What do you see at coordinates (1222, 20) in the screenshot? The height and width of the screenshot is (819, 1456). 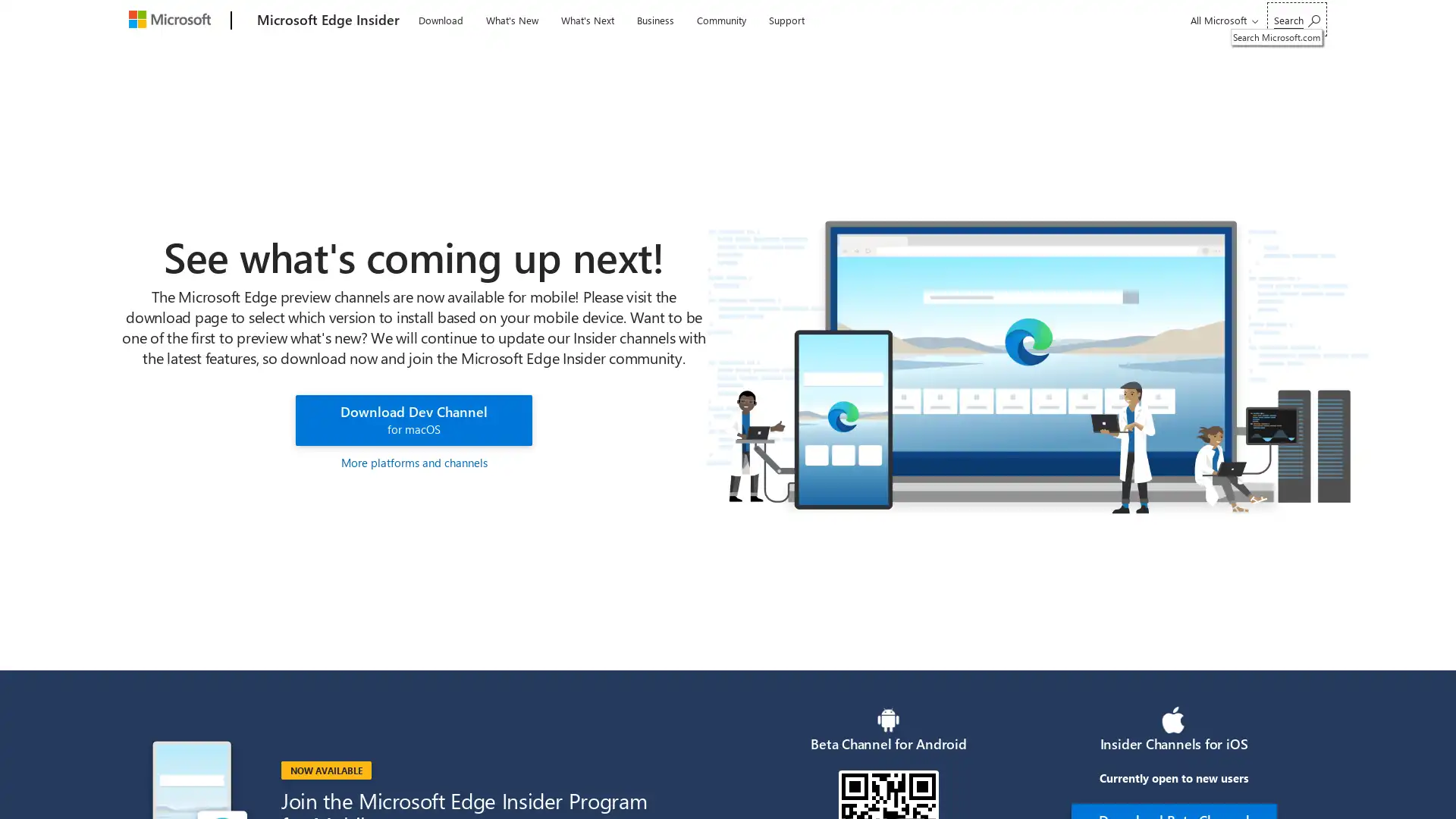 I see `All Microsoft expand to see list of Microsoft products and services` at bounding box center [1222, 20].